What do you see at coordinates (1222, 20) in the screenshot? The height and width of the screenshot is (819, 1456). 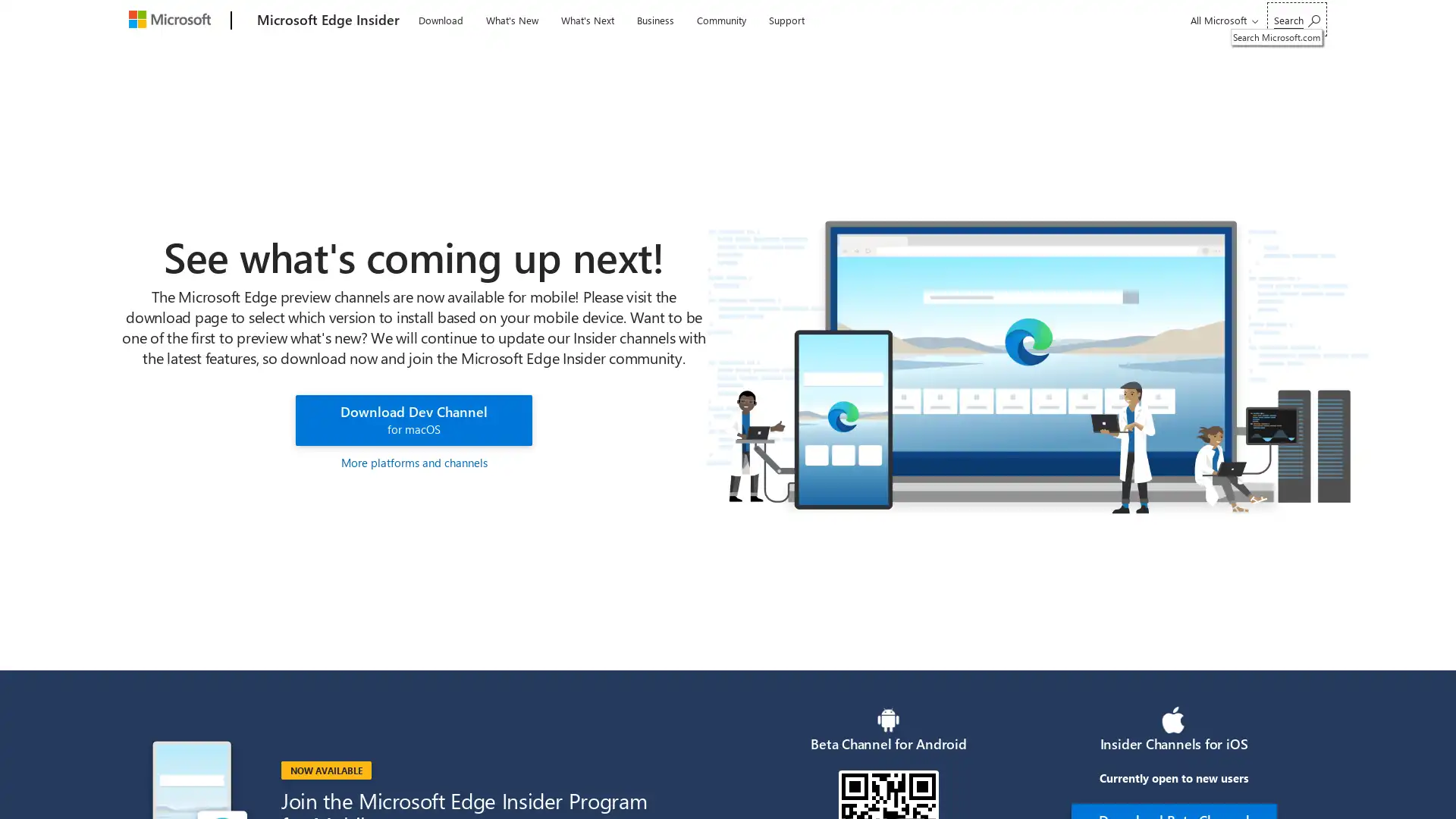 I see `All Microsoft expand to see list of Microsoft products and services` at bounding box center [1222, 20].